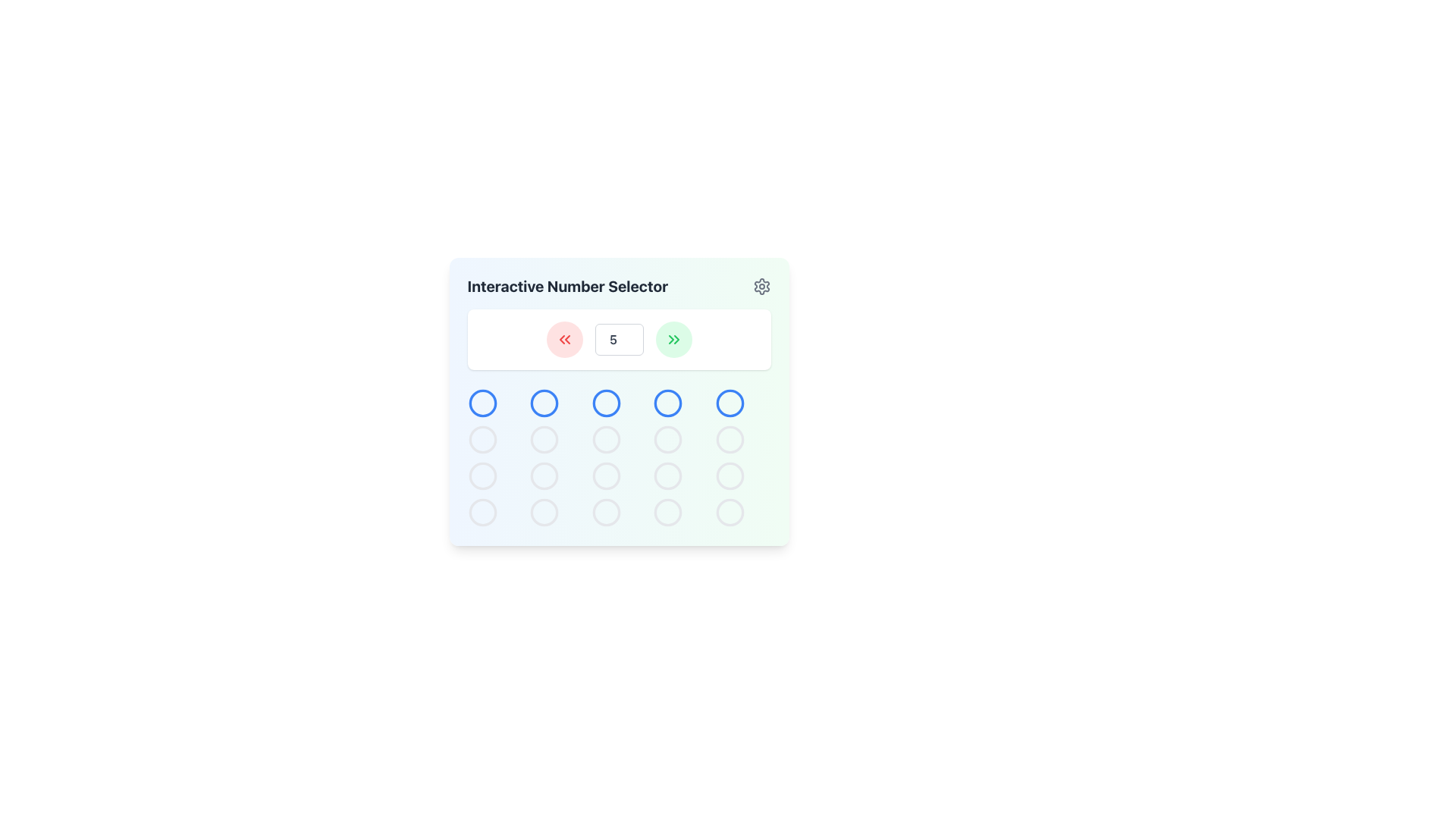 The height and width of the screenshot is (819, 1456). I want to click on the Circle graphic located in the lower-right corner of the grid of circular elements, so click(730, 512).